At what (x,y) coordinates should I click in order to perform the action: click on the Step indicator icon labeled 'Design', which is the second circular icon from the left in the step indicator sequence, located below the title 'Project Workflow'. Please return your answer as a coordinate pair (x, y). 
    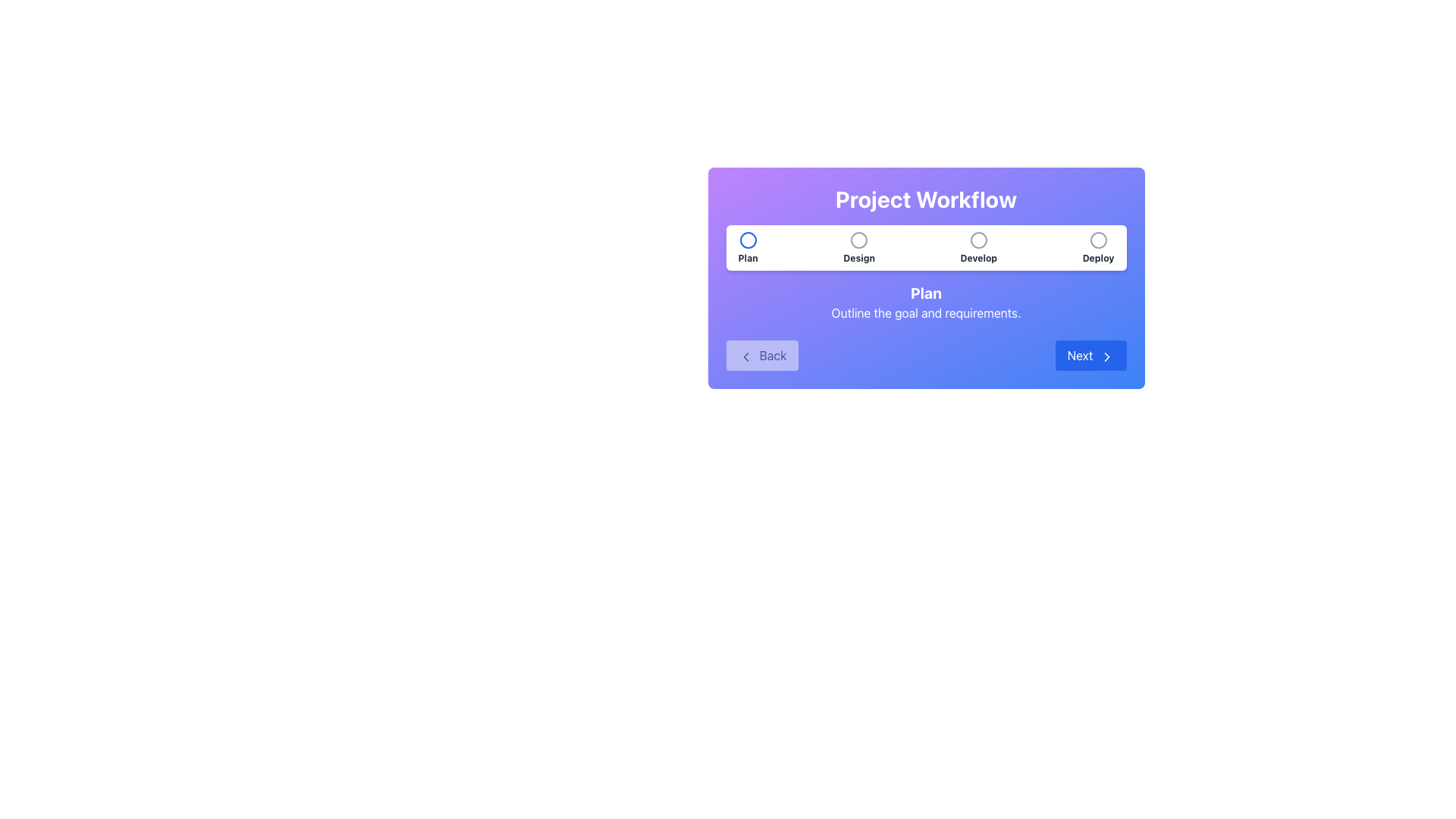
    Looking at the image, I should click on (858, 239).